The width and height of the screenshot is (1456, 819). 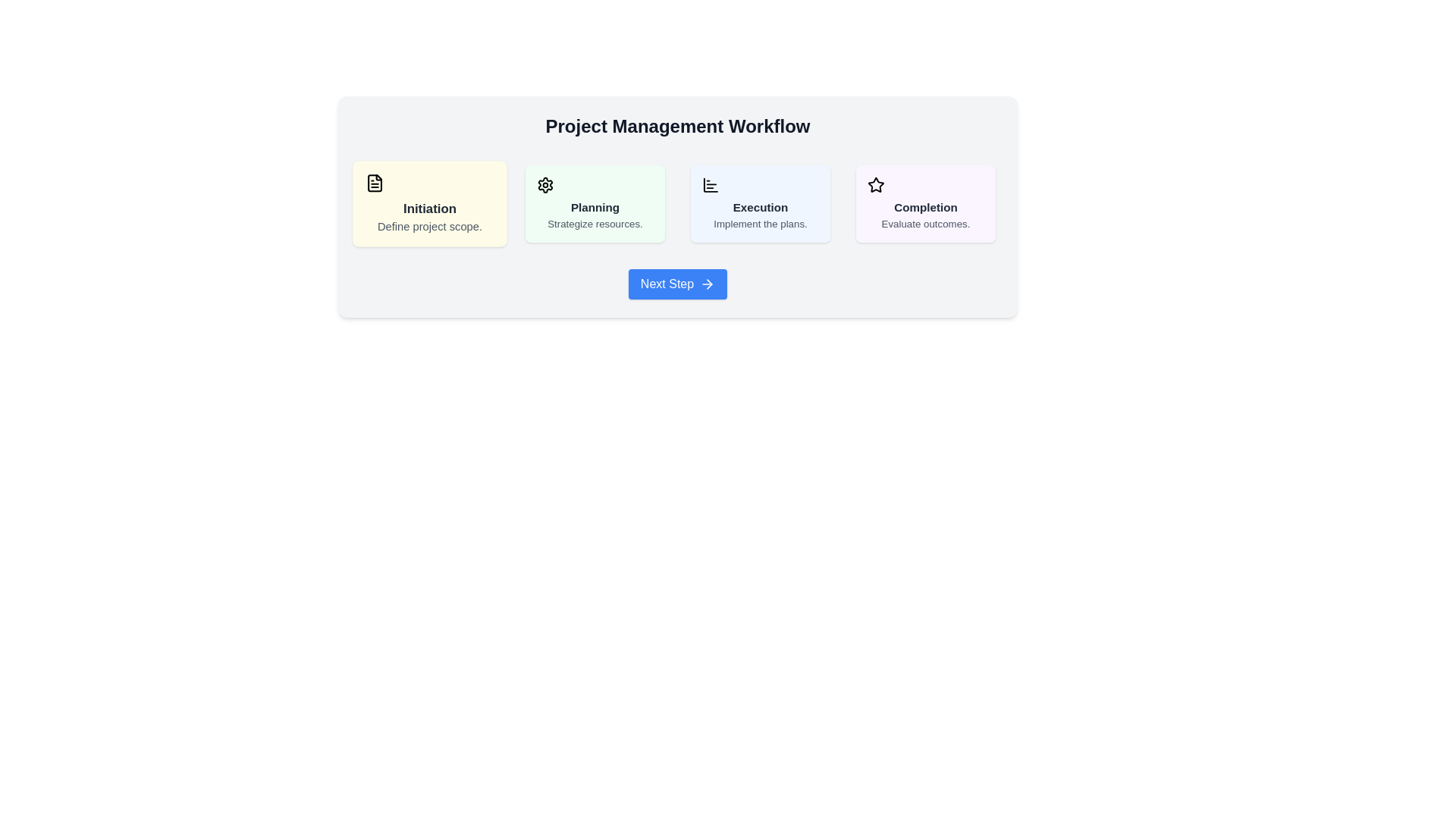 What do you see at coordinates (428, 208) in the screenshot?
I see `the content of the text label displaying 'Initiation' in bold, dark gray font, located in the center of a yellowish box` at bounding box center [428, 208].